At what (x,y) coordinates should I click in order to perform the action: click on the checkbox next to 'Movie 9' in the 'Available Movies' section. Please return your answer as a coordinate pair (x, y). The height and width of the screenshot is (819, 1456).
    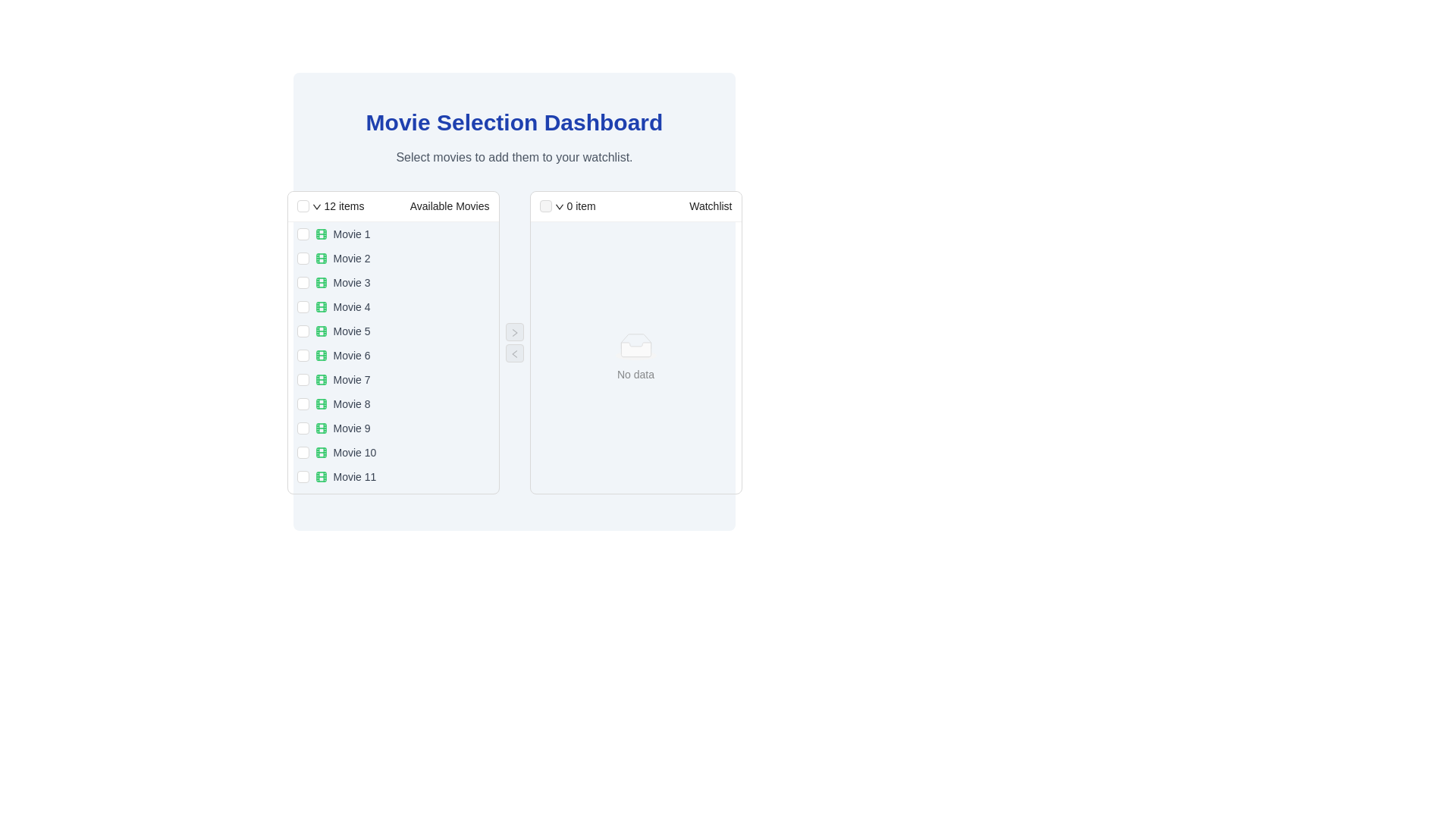
    Looking at the image, I should click on (303, 428).